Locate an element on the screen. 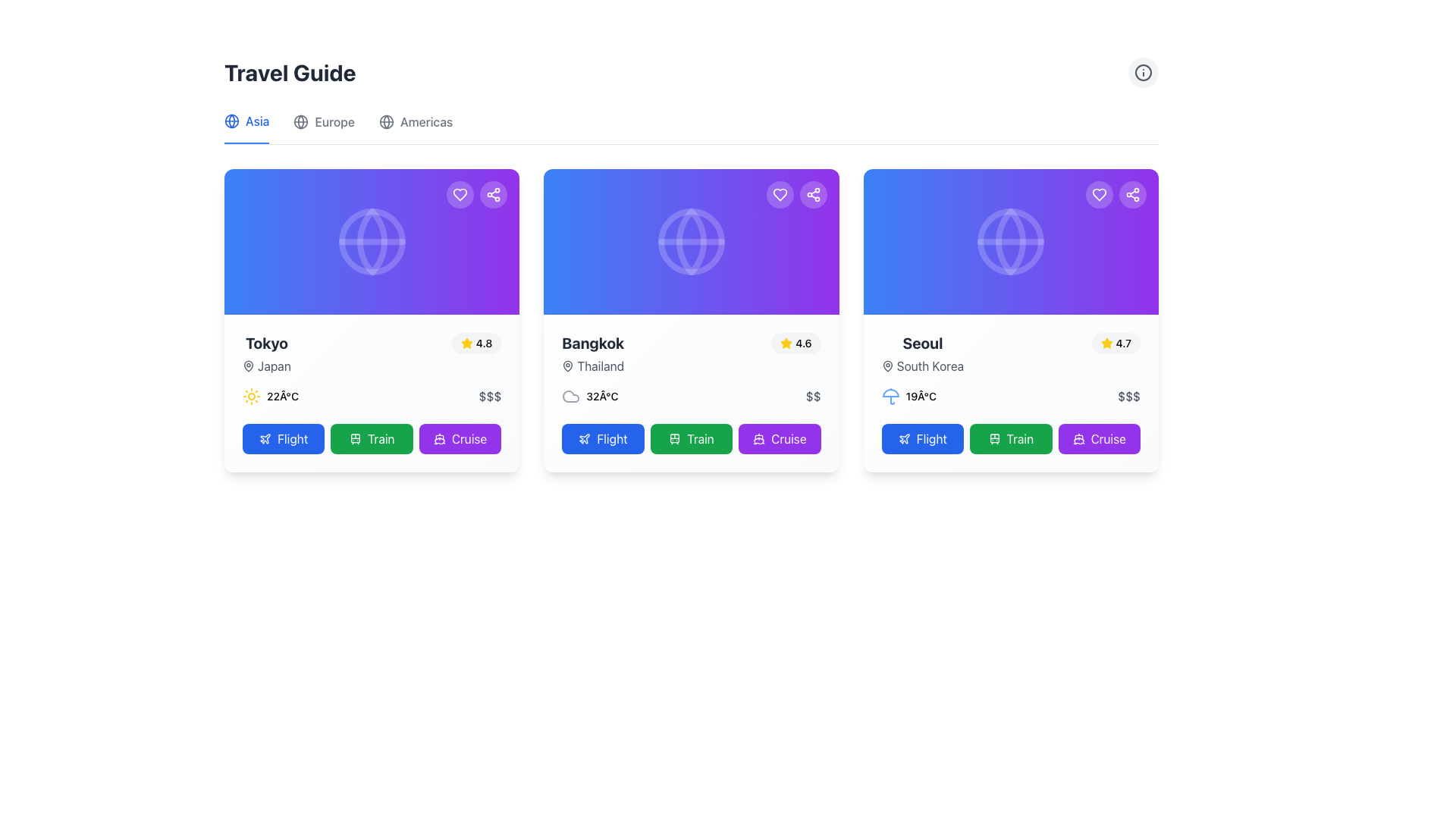 The width and height of the screenshot is (1456, 819). the ship icon, which is outlined in a thin stroke with a white fill, located within the purple 'Cruise' button on the Bangkok destination card is located at coordinates (759, 438).